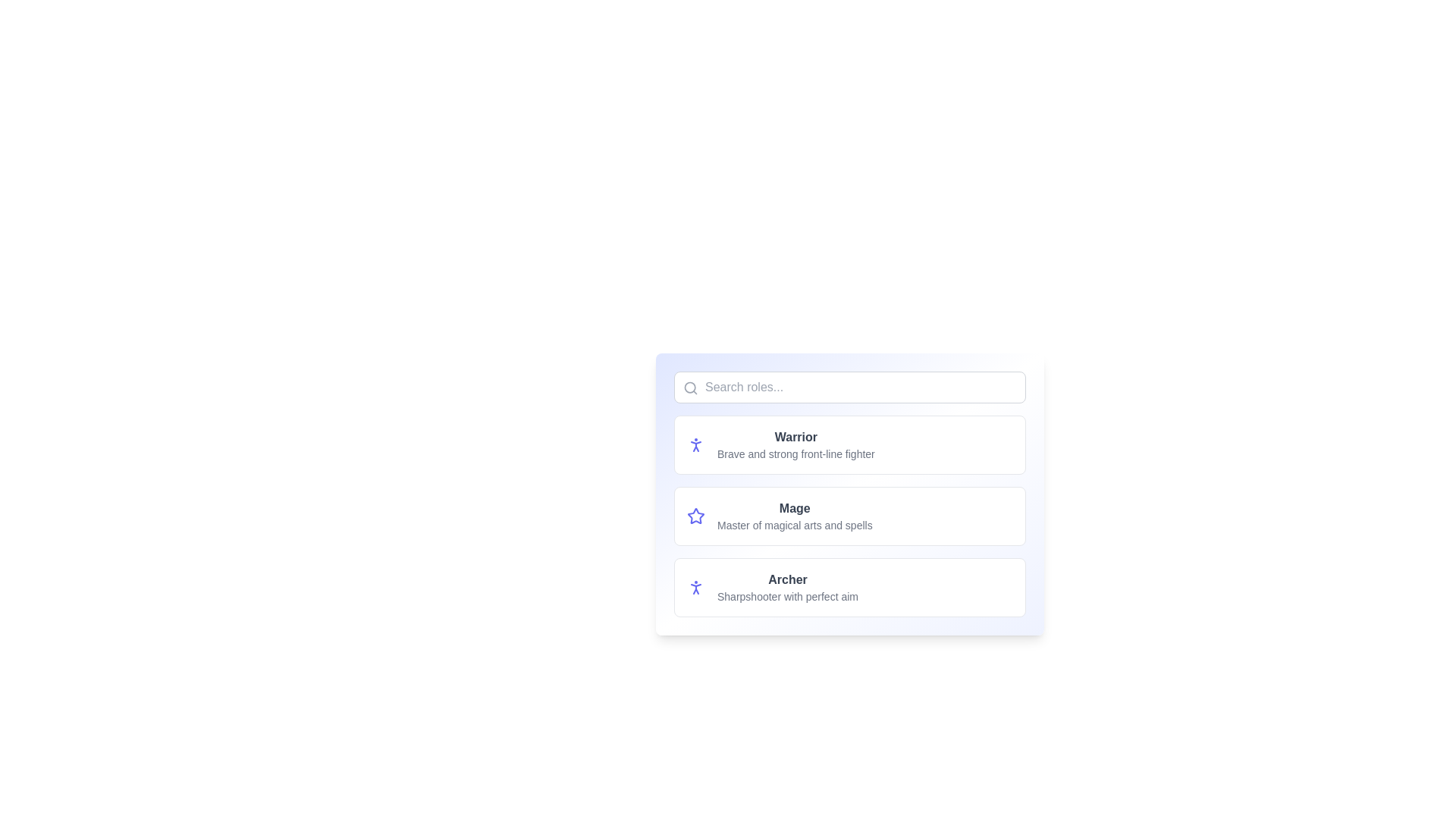  I want to click on the text label displaying 'Master of magical arts and spells', which is styled in a smaller font size and light gray color, located below the word 'Mage', so click(794, 525).